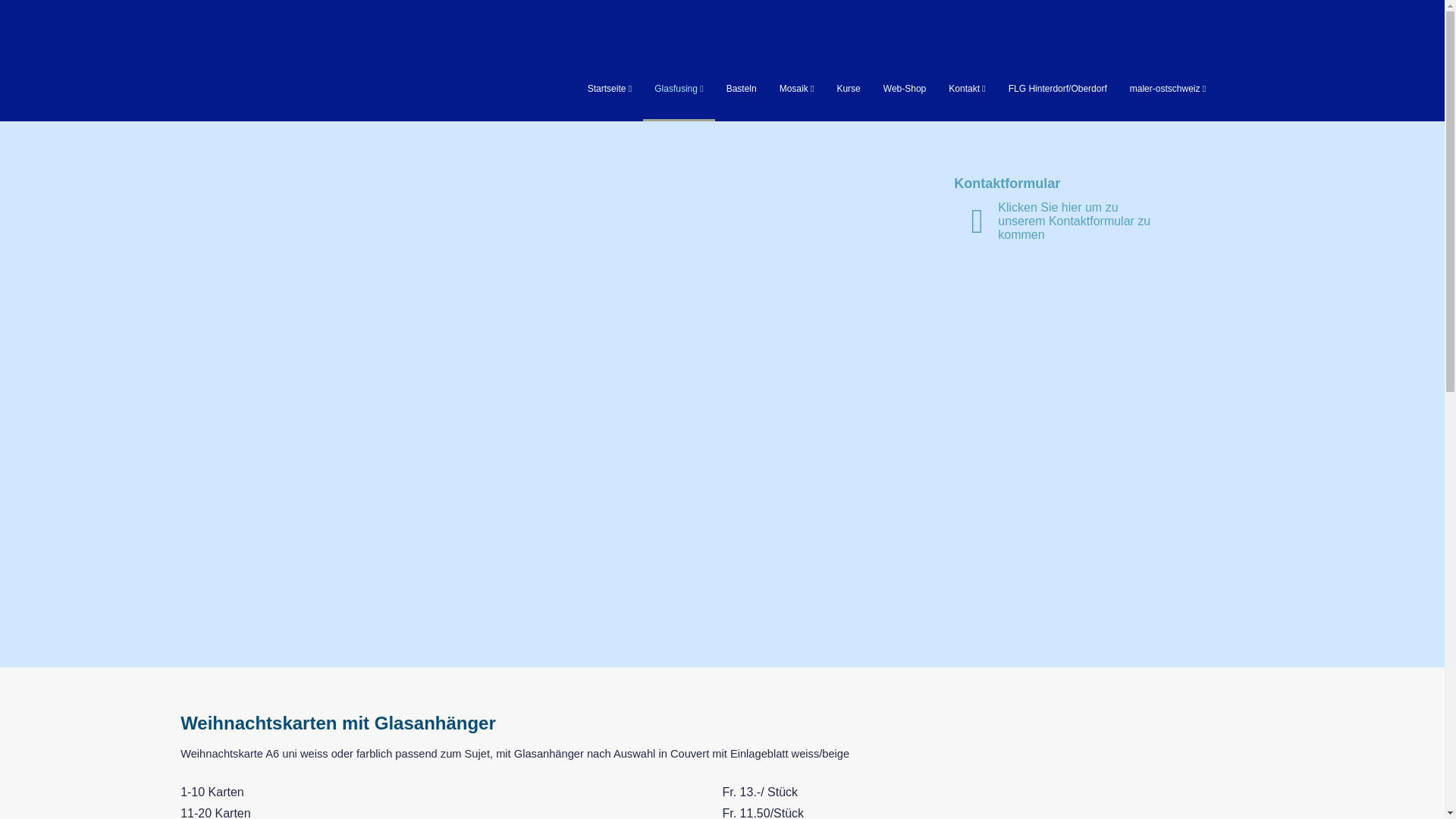  I want to click on 'FLG Hinterdorf/Oberdorf', so click(1057, 88).